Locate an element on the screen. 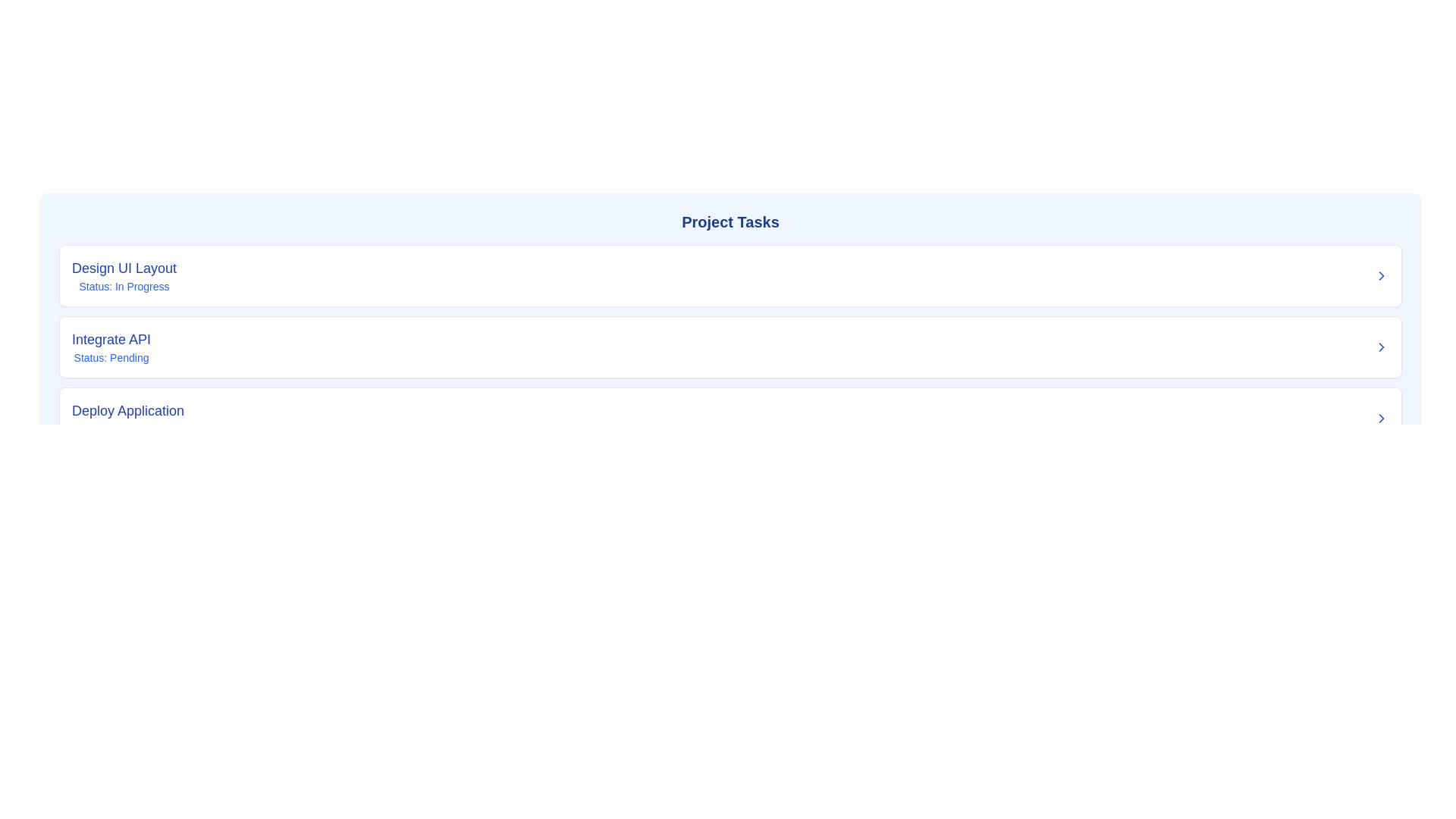  the Chevron Right icon located at the far right of the 'Integrate API' section next to 'Status: Pending' is located at coordinates (1382, 347).